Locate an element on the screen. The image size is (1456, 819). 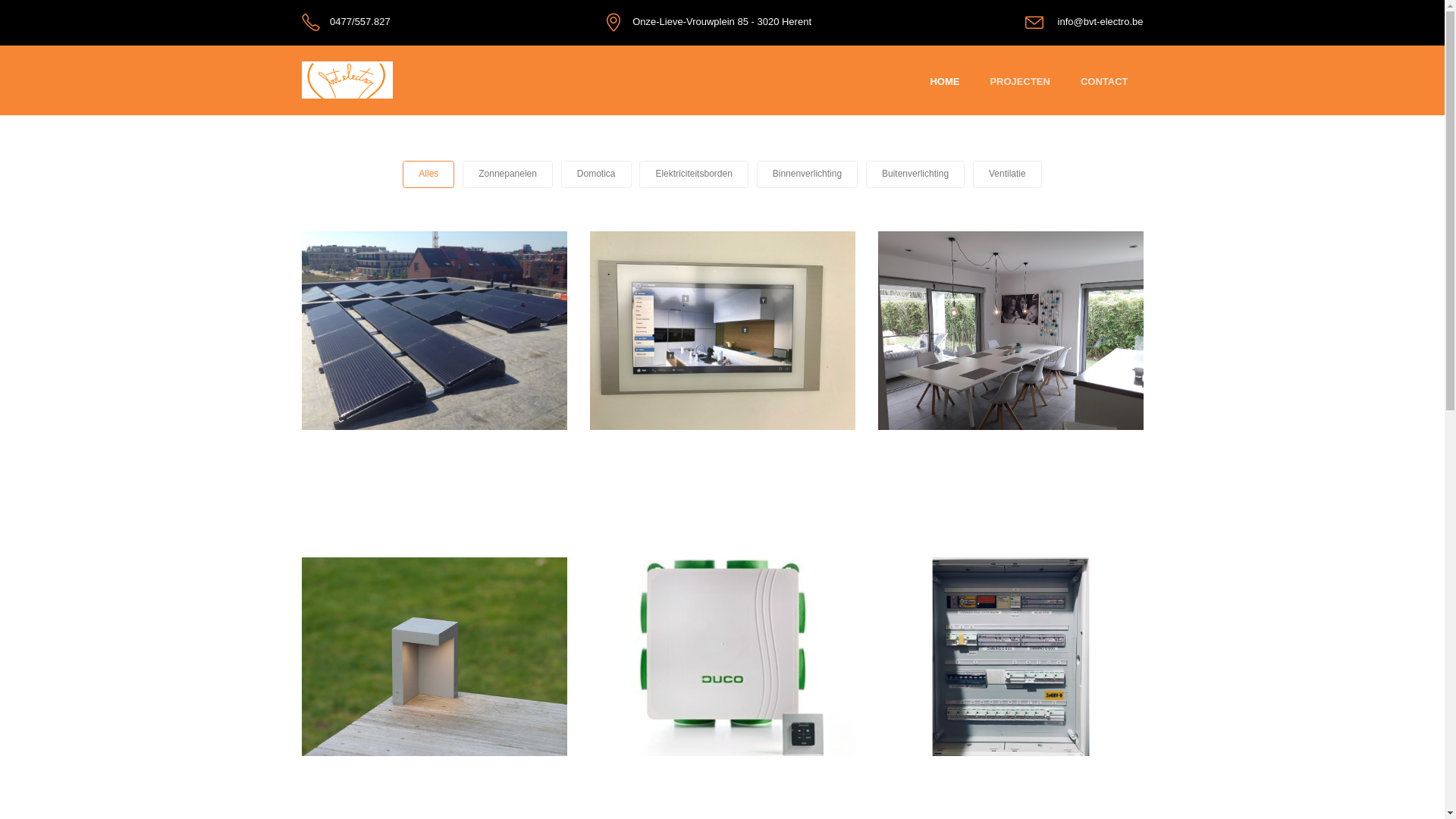
'PROJECTEN' is located at coordinates (990, 82).